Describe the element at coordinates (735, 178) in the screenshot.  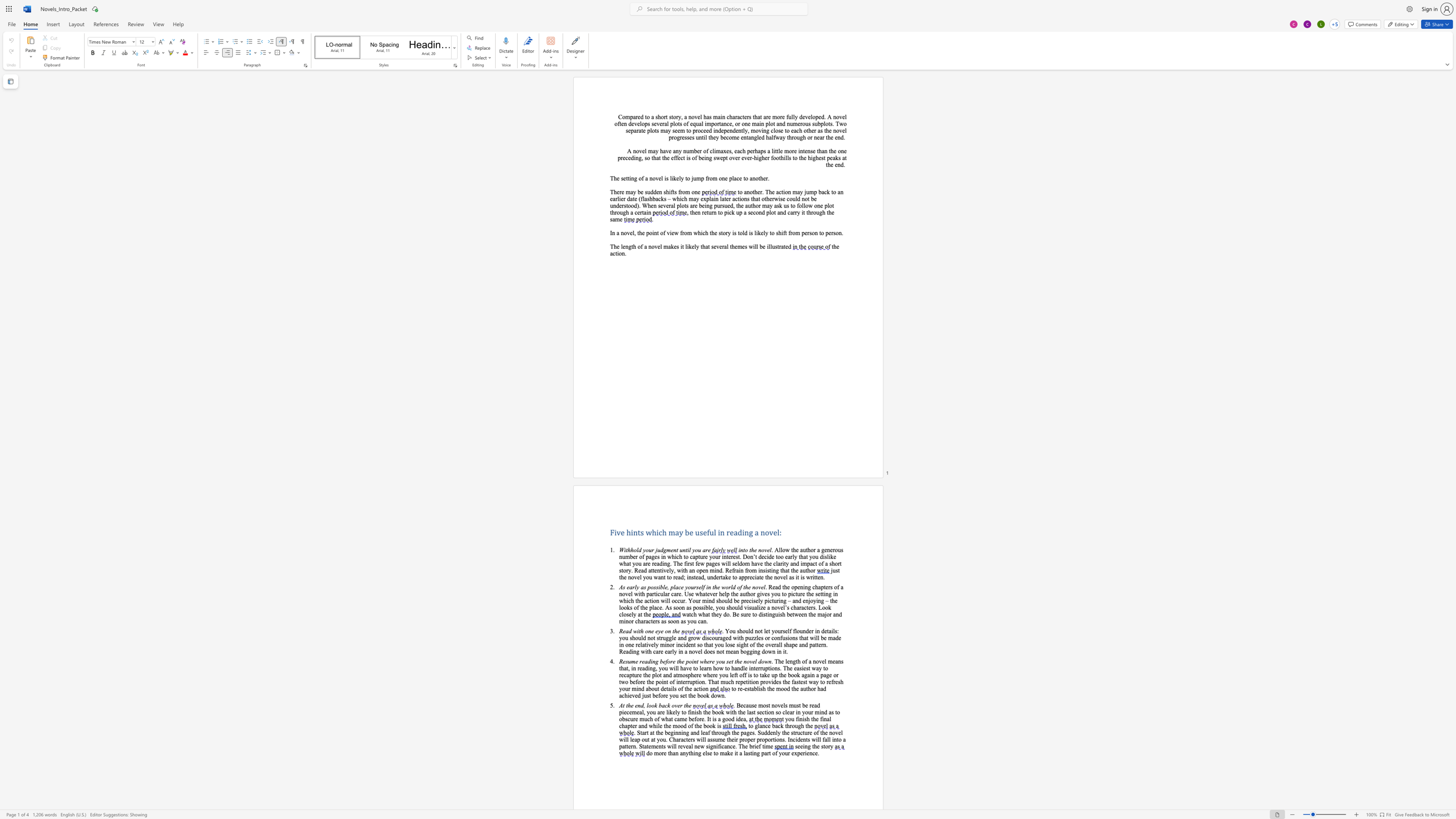
I see `the 2th character "a" in the text` at that location.